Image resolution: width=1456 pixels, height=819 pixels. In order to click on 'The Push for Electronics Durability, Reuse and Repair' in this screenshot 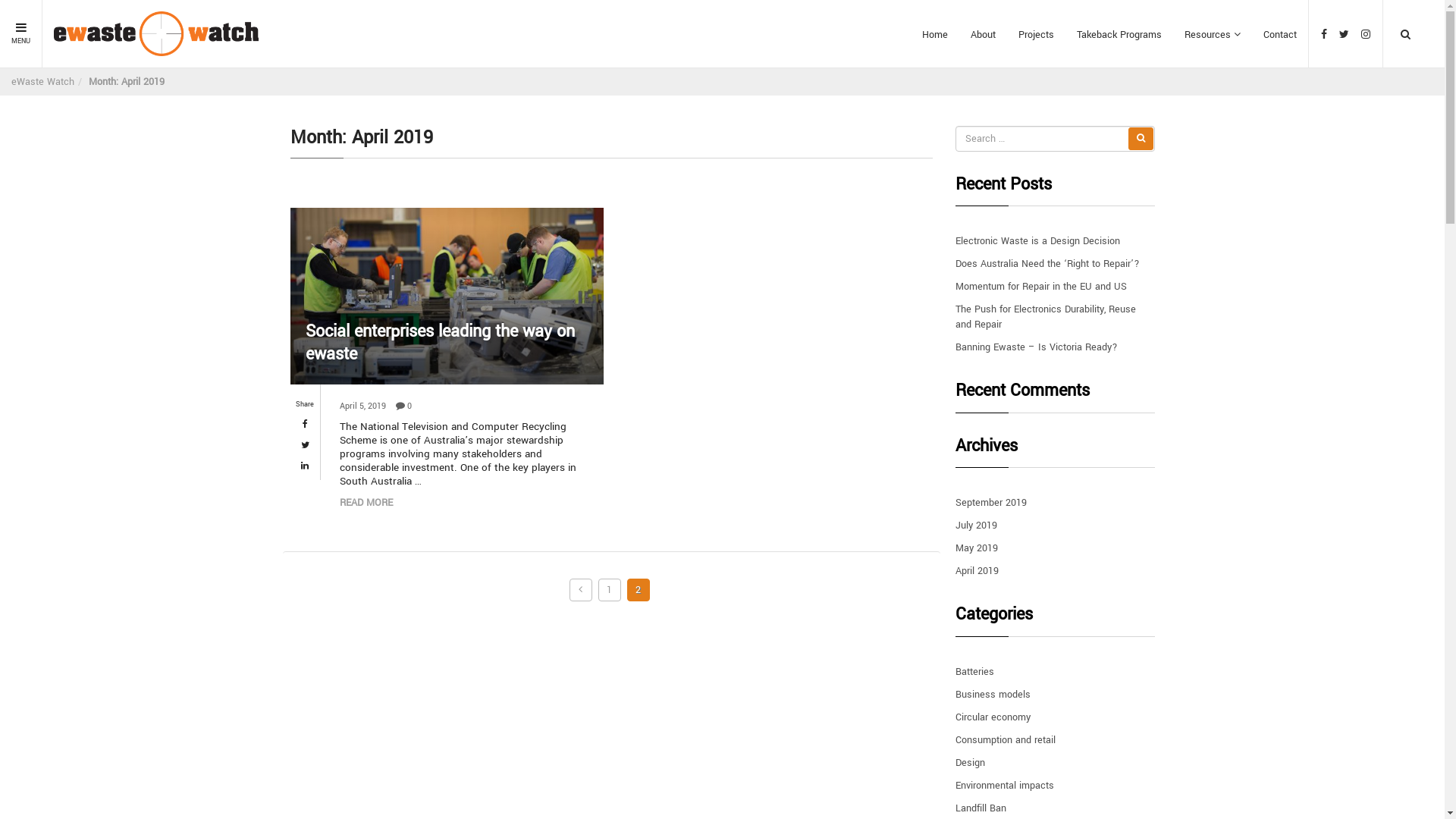, I will do `click(1044, 315)`.